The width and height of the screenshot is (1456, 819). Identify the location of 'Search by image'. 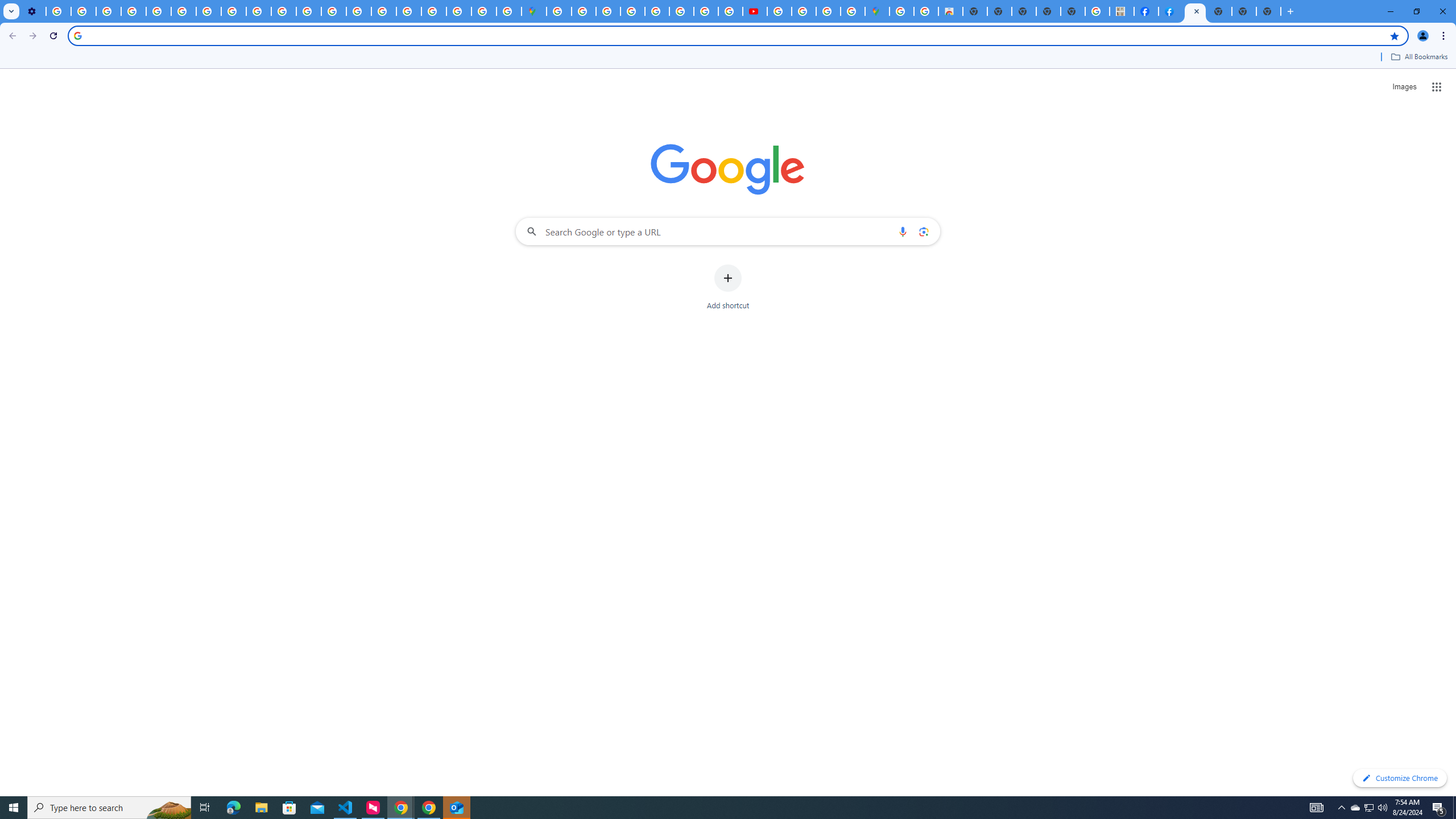
(923, 230).